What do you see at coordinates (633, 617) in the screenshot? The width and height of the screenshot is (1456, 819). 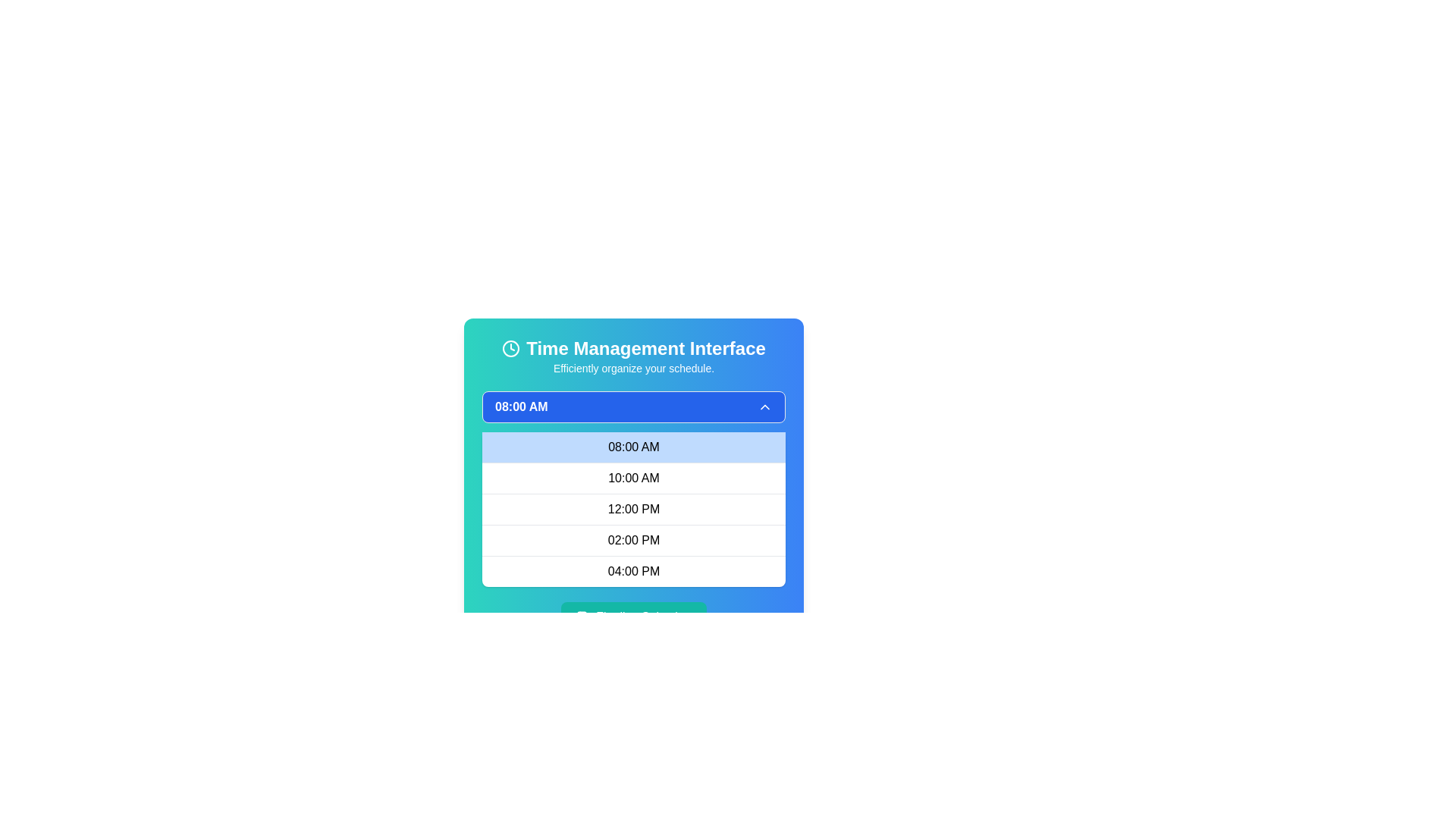 I see `the finalize button located at the bottom center of the interface, which is used to finalize the current selection or configuration` at bounding box center [633, 617].